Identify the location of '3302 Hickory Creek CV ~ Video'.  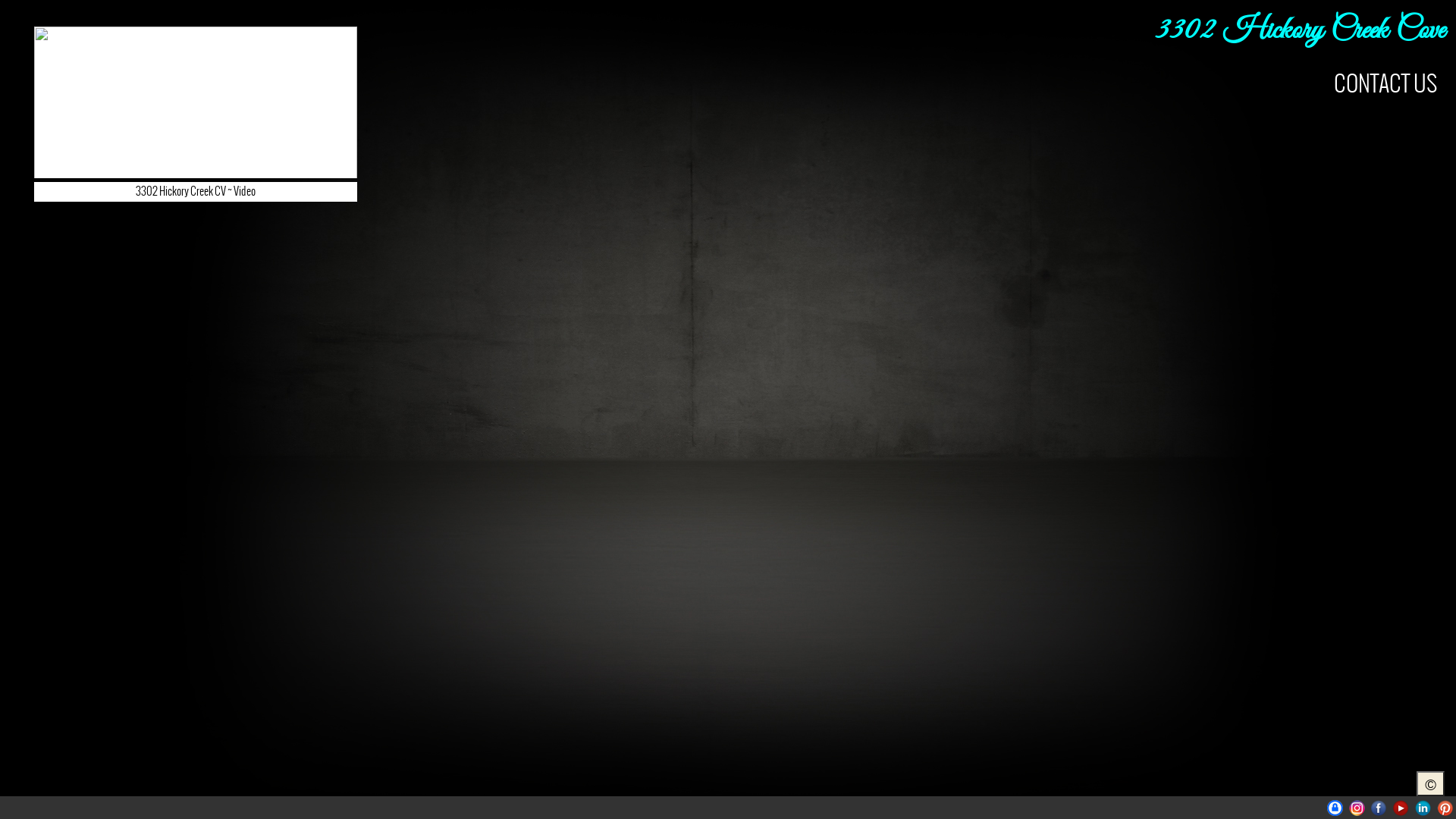
(195, 125).